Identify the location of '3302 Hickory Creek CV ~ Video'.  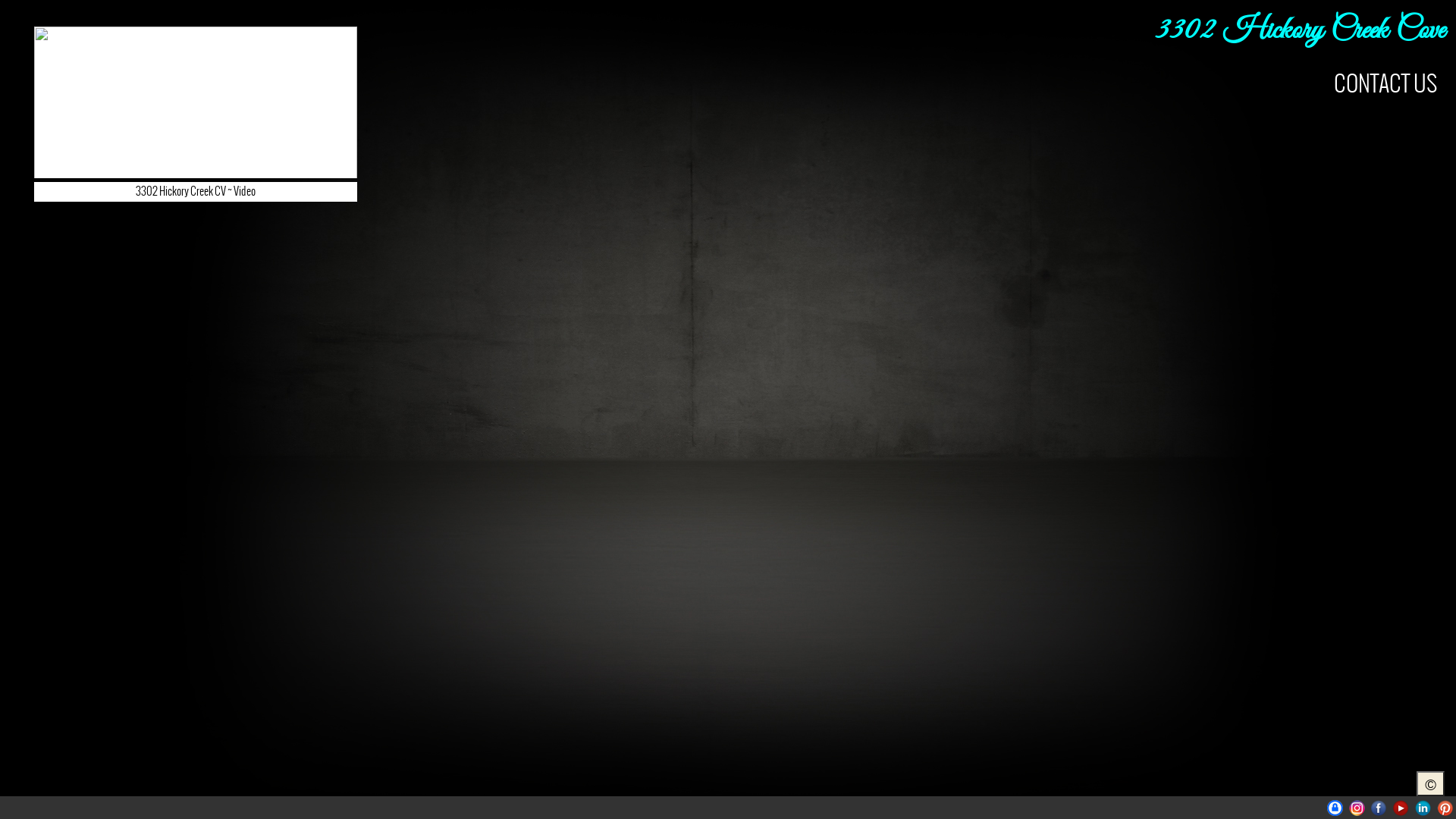
(195, 125).